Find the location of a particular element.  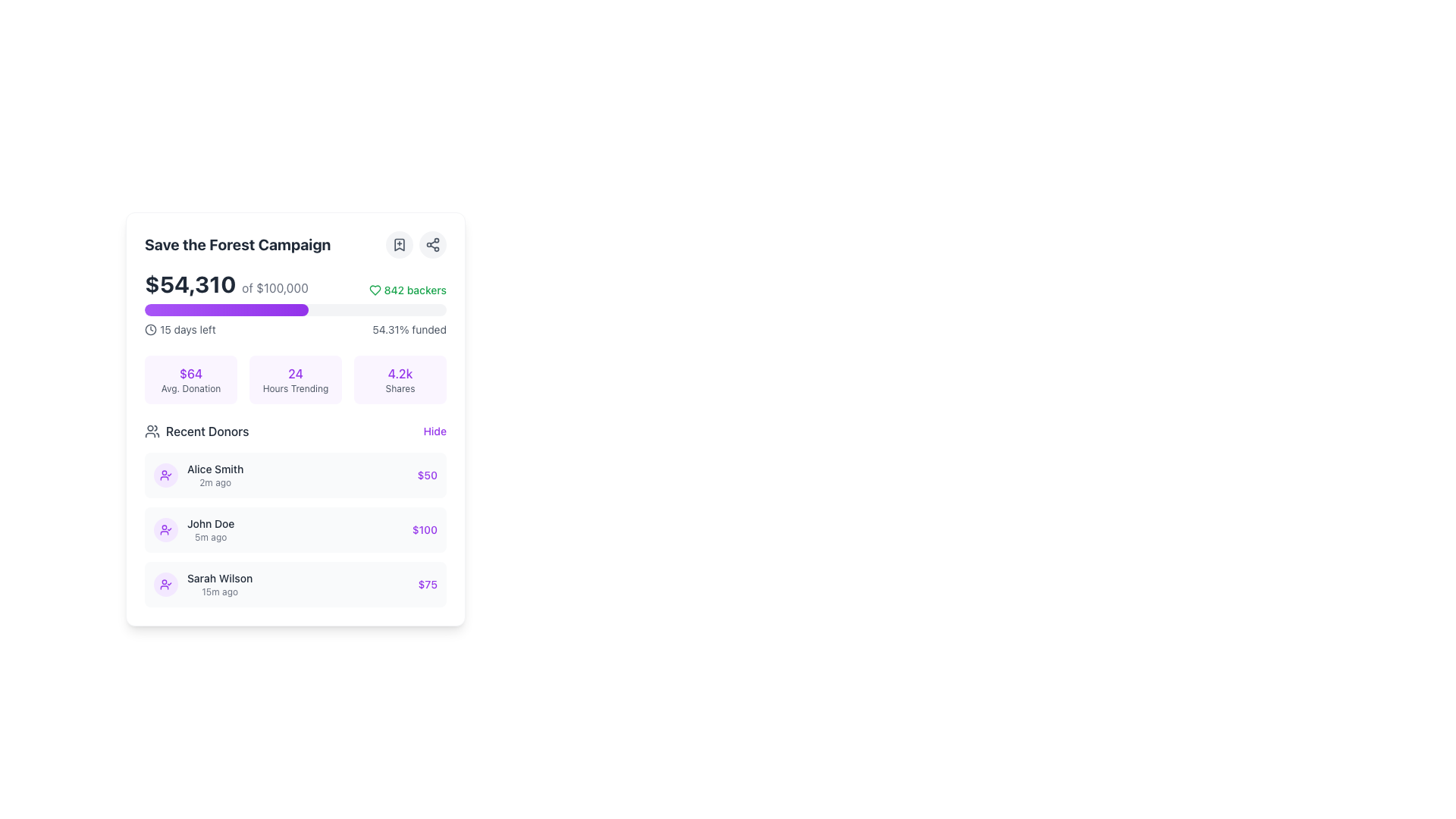

the Avatar icon representing the user associated with the 'John Doe 5m ago' donation entry in the 'Recent Donors' section is located at coordinates (166, 529).